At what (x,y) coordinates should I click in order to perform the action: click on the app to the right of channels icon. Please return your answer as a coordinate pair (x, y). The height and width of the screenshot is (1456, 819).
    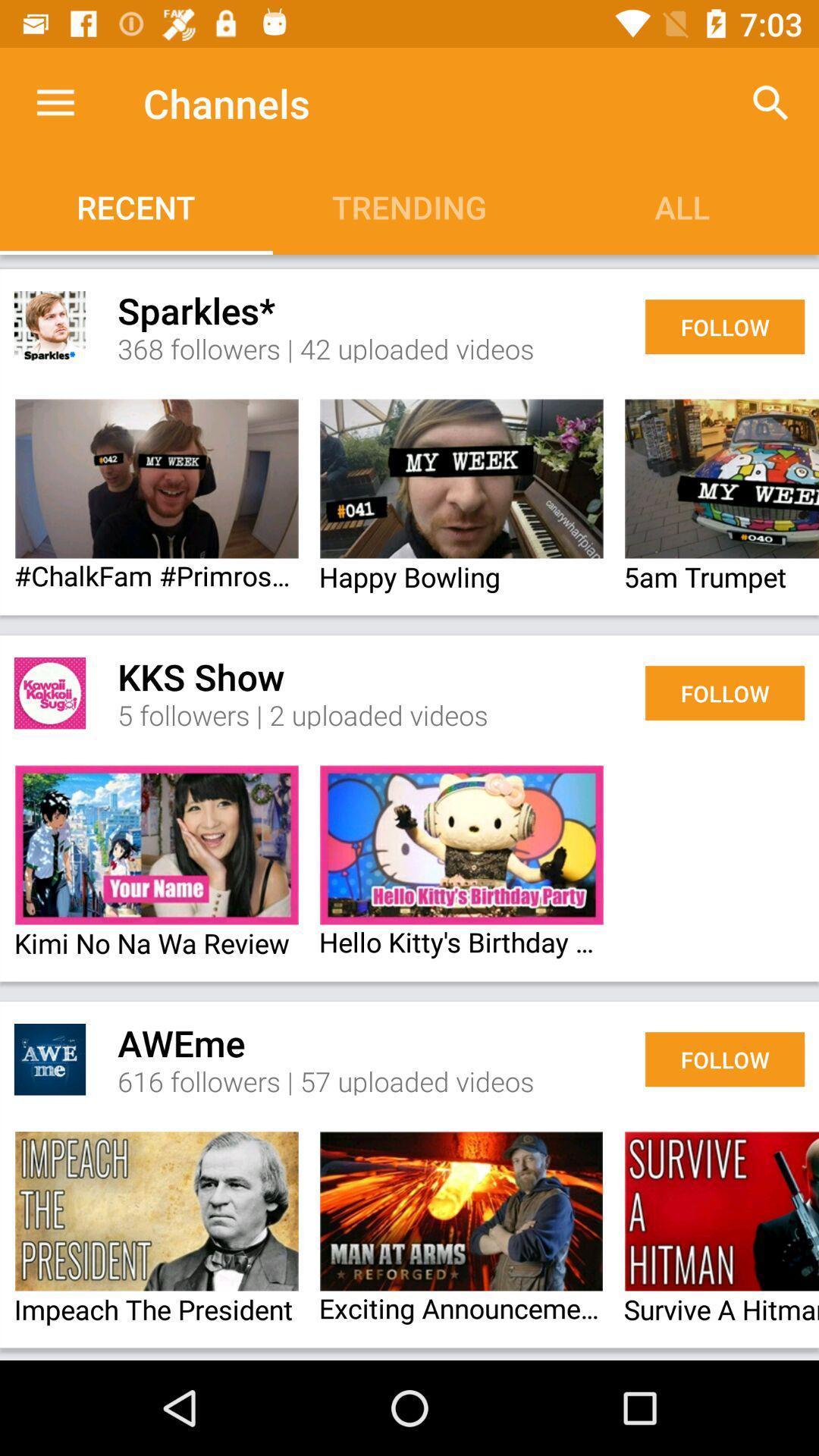
    Looking at the image, I should click on (771, 102).